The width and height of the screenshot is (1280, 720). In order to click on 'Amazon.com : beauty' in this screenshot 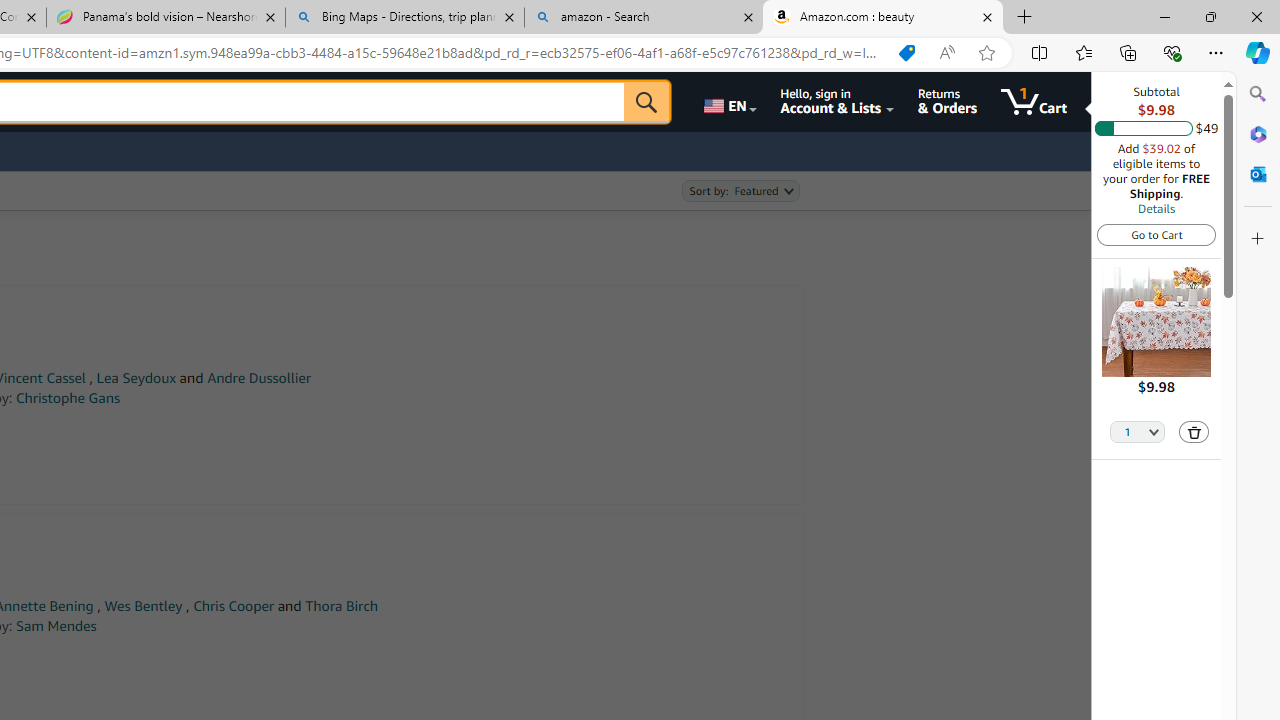, I will do `click(882, 17)`.